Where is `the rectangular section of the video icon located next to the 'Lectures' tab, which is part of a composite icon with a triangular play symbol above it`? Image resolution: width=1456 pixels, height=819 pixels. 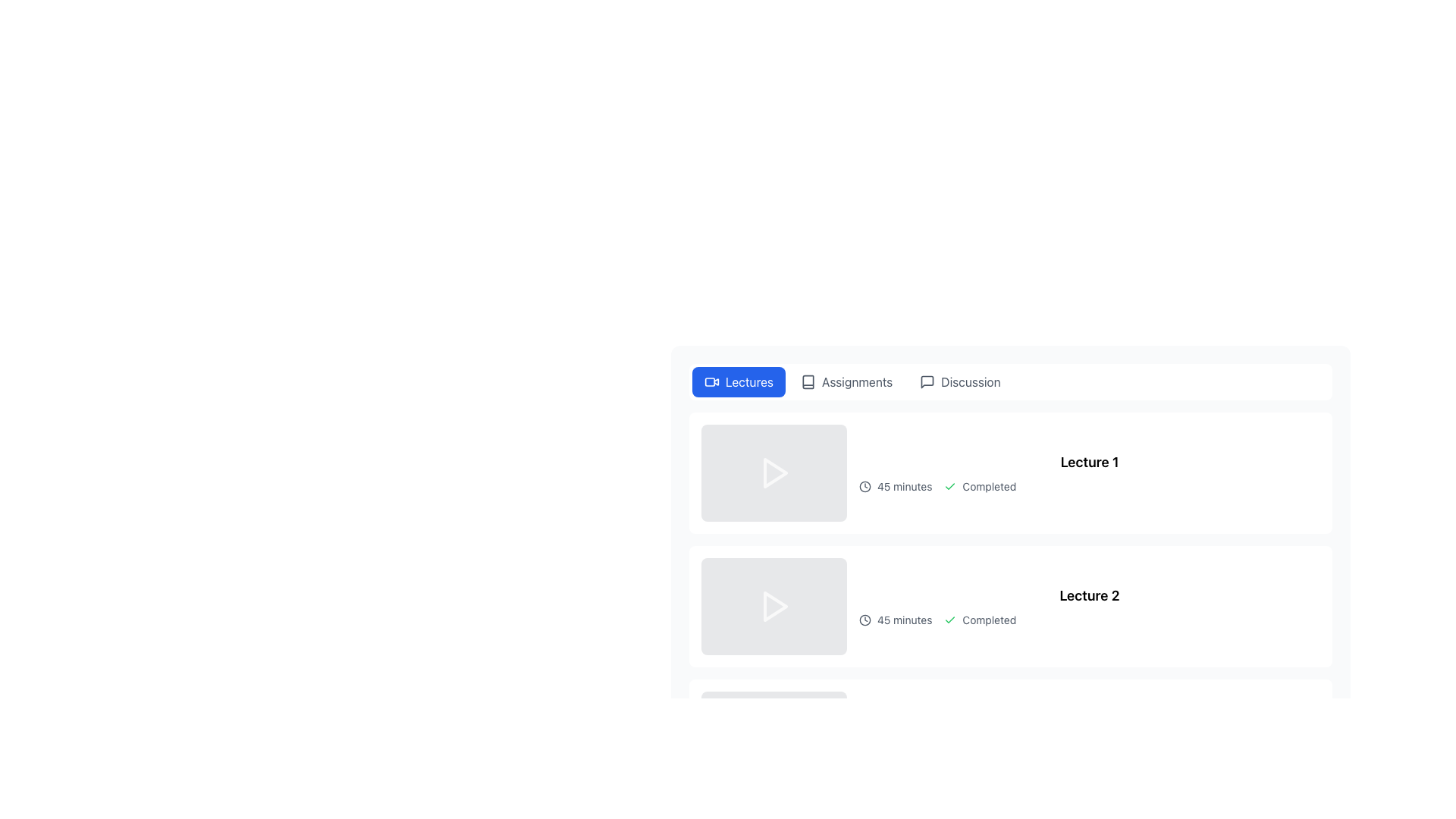
the rectangular section of the video icon located next to the 'Lectures' tab, which is part of a composite icon with a triangular play symbol above it is located at coordinates (709, 381).